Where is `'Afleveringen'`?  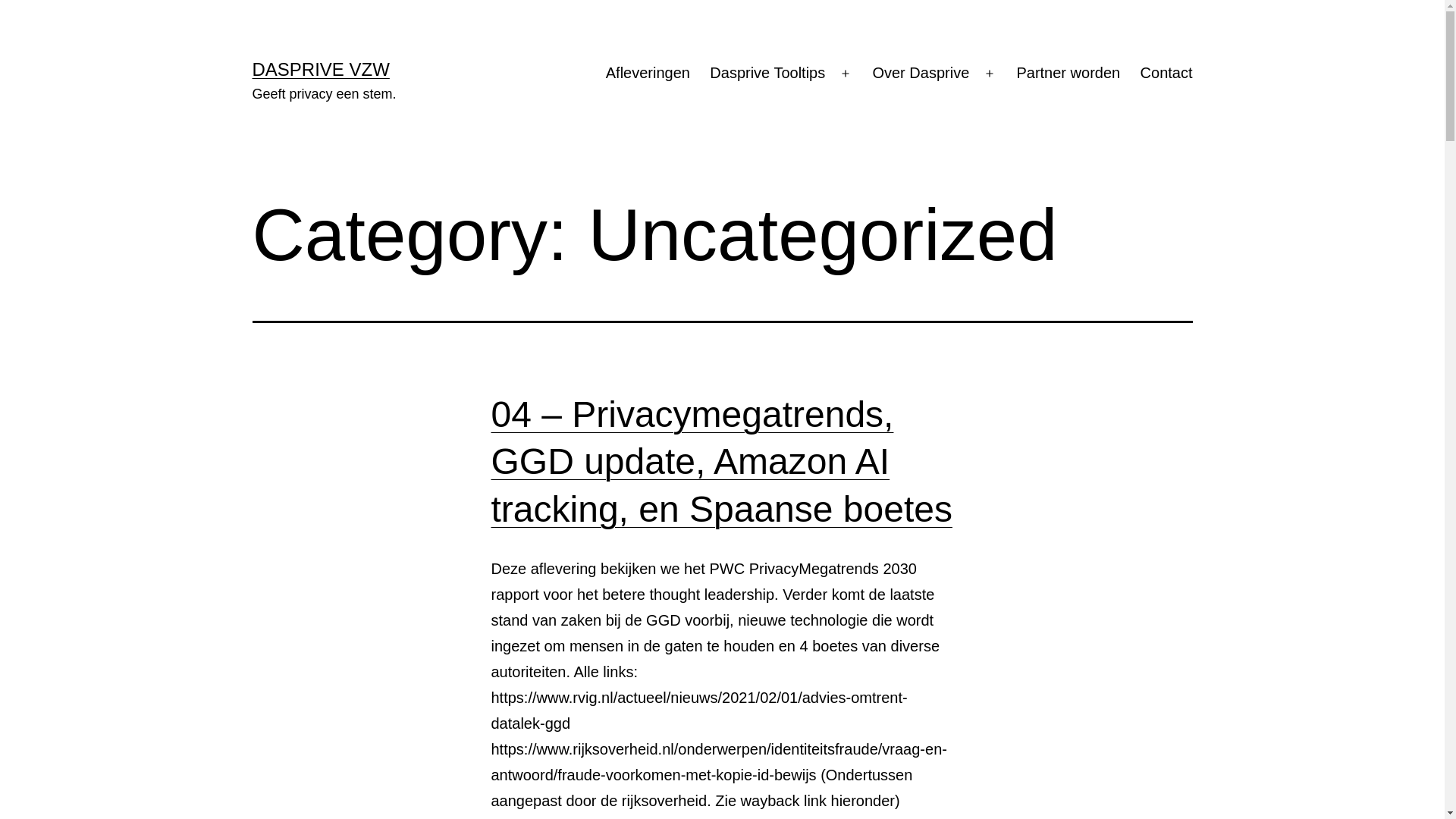
'Afleveringen' is located at coordinates (595, 73).